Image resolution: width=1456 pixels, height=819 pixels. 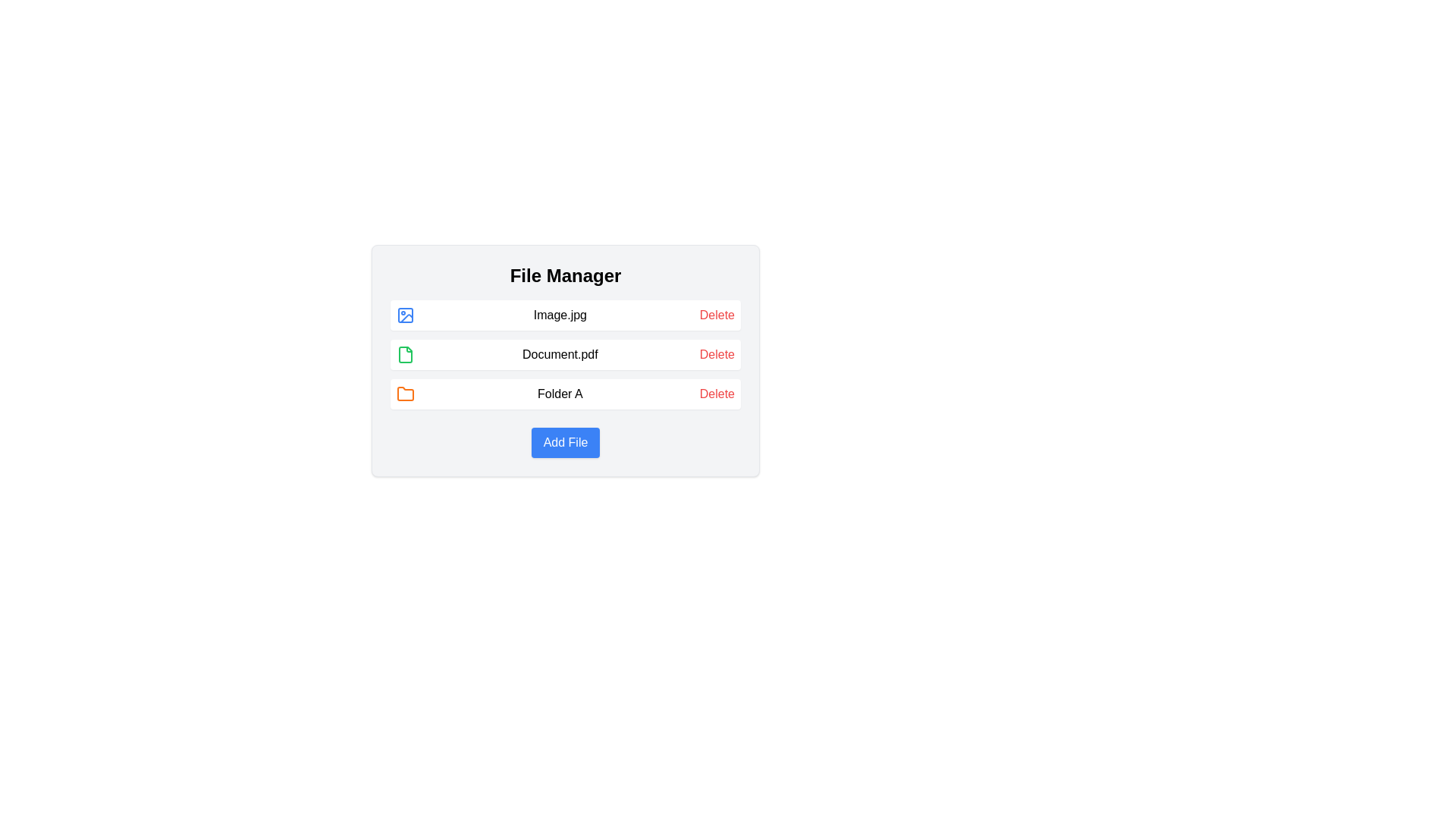 I want to click on the folder icon located at the far left of the 'Folder A' row in the list of file items within the 'File Manager' component, so click(x=405, y=394).